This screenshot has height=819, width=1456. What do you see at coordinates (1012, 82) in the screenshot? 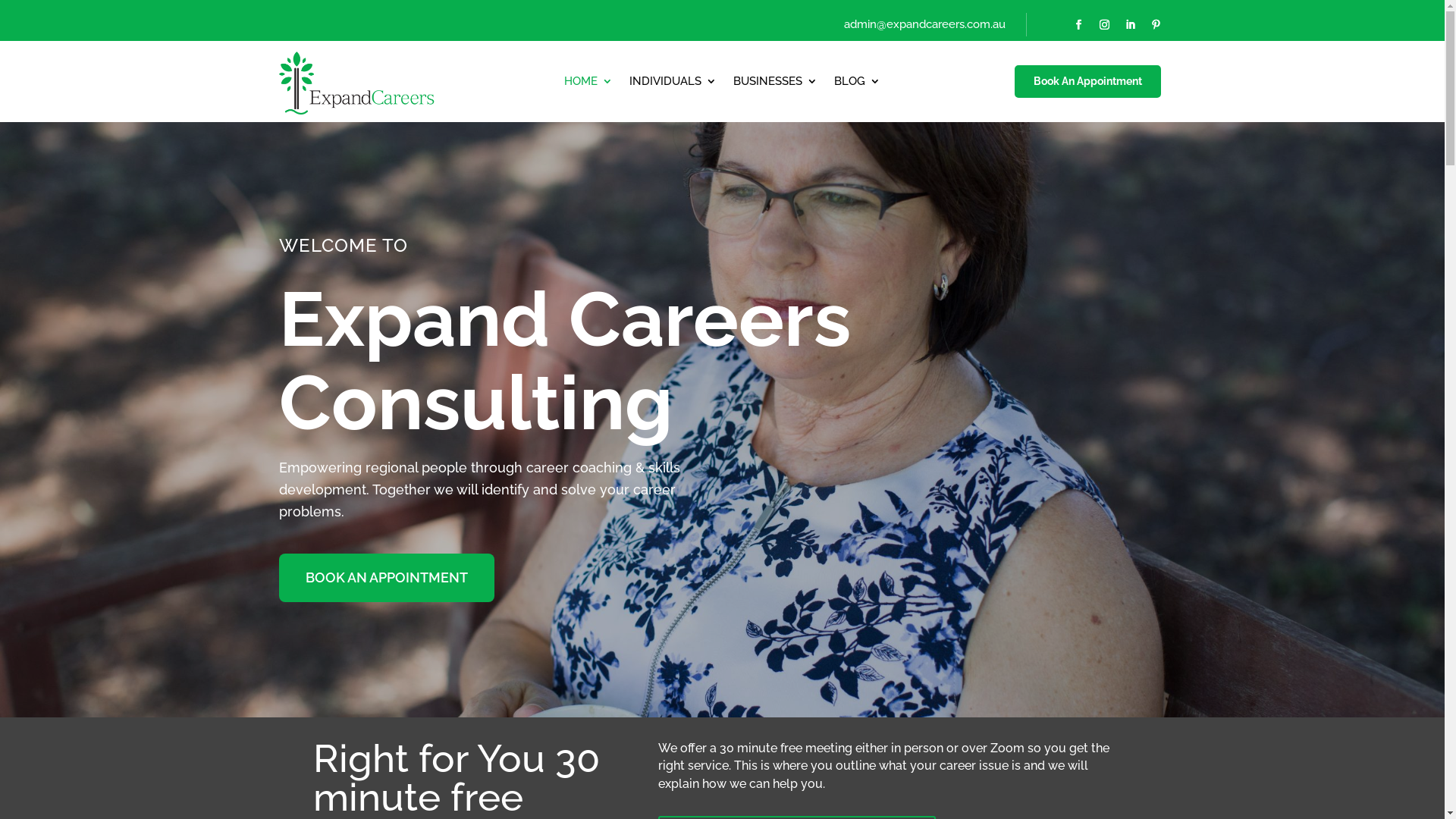
I see `'Book An Appointment'` at bounding box center [1012, 82].